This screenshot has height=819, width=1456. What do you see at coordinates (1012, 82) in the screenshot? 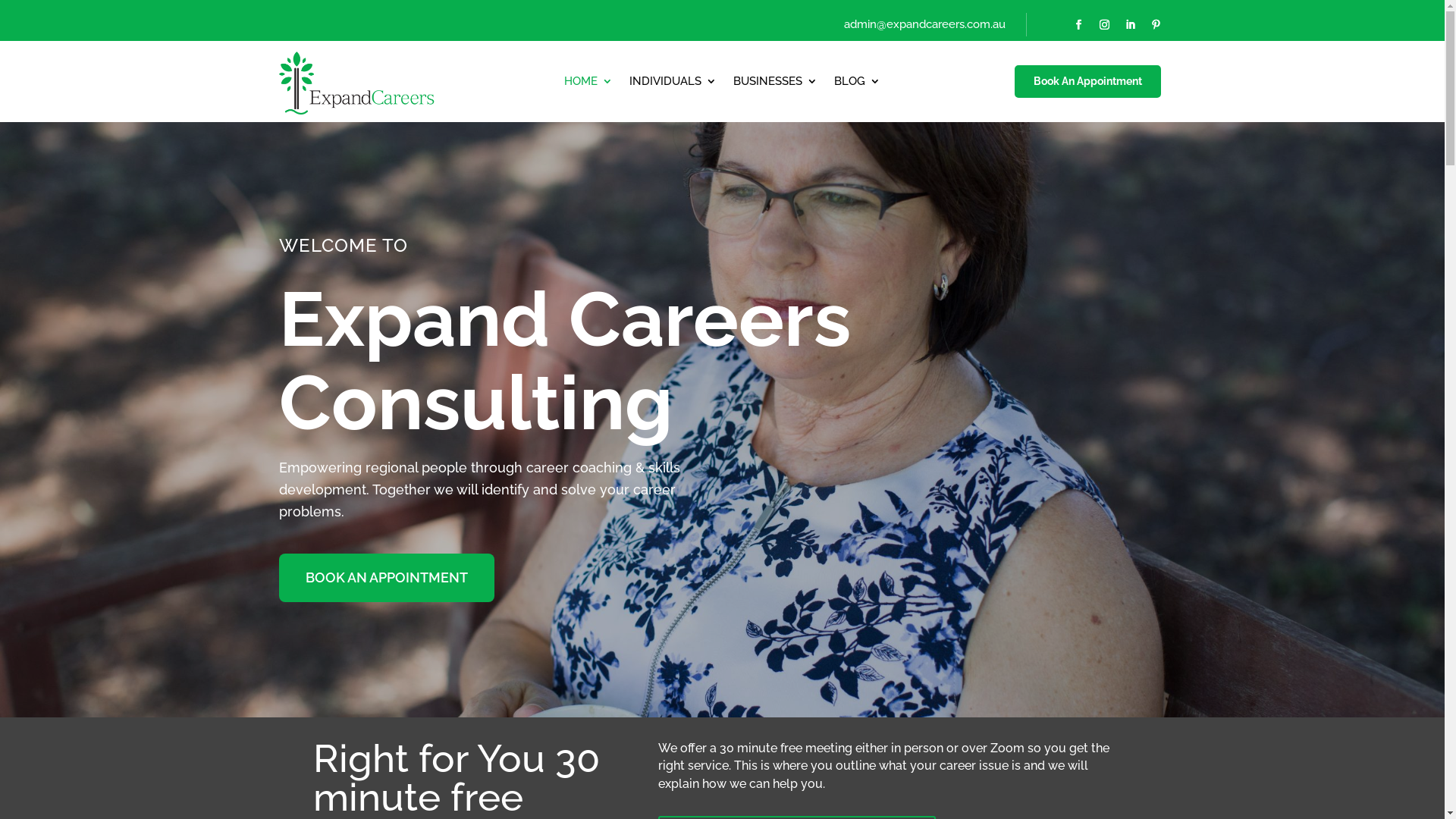
I see `'Book An Appointment'` at bounding box center [1012, 82].